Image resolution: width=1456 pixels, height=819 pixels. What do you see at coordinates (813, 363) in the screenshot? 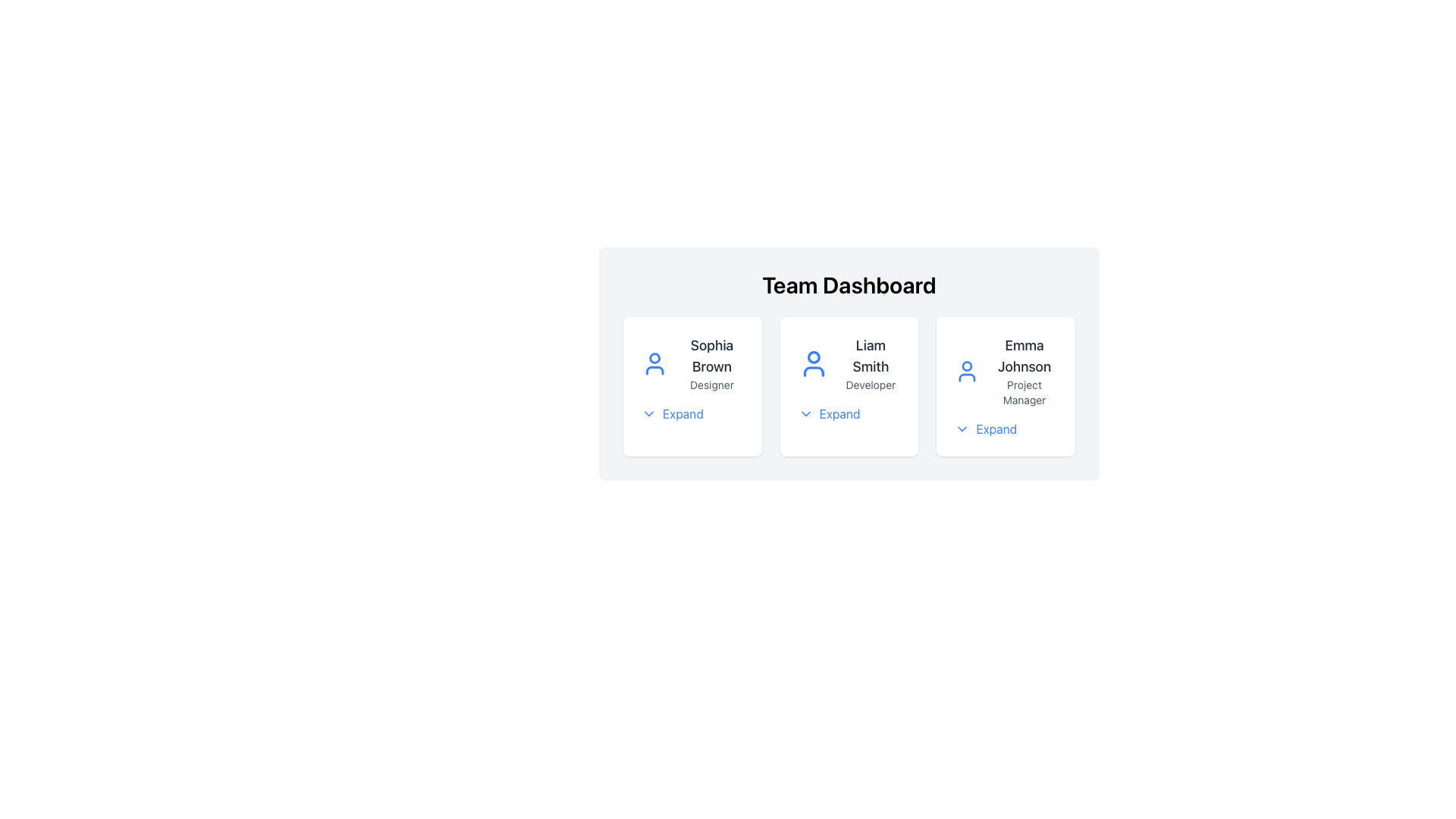
I see `the user icon resembling a human figure with a blue color` at bounding box center [813, 363].